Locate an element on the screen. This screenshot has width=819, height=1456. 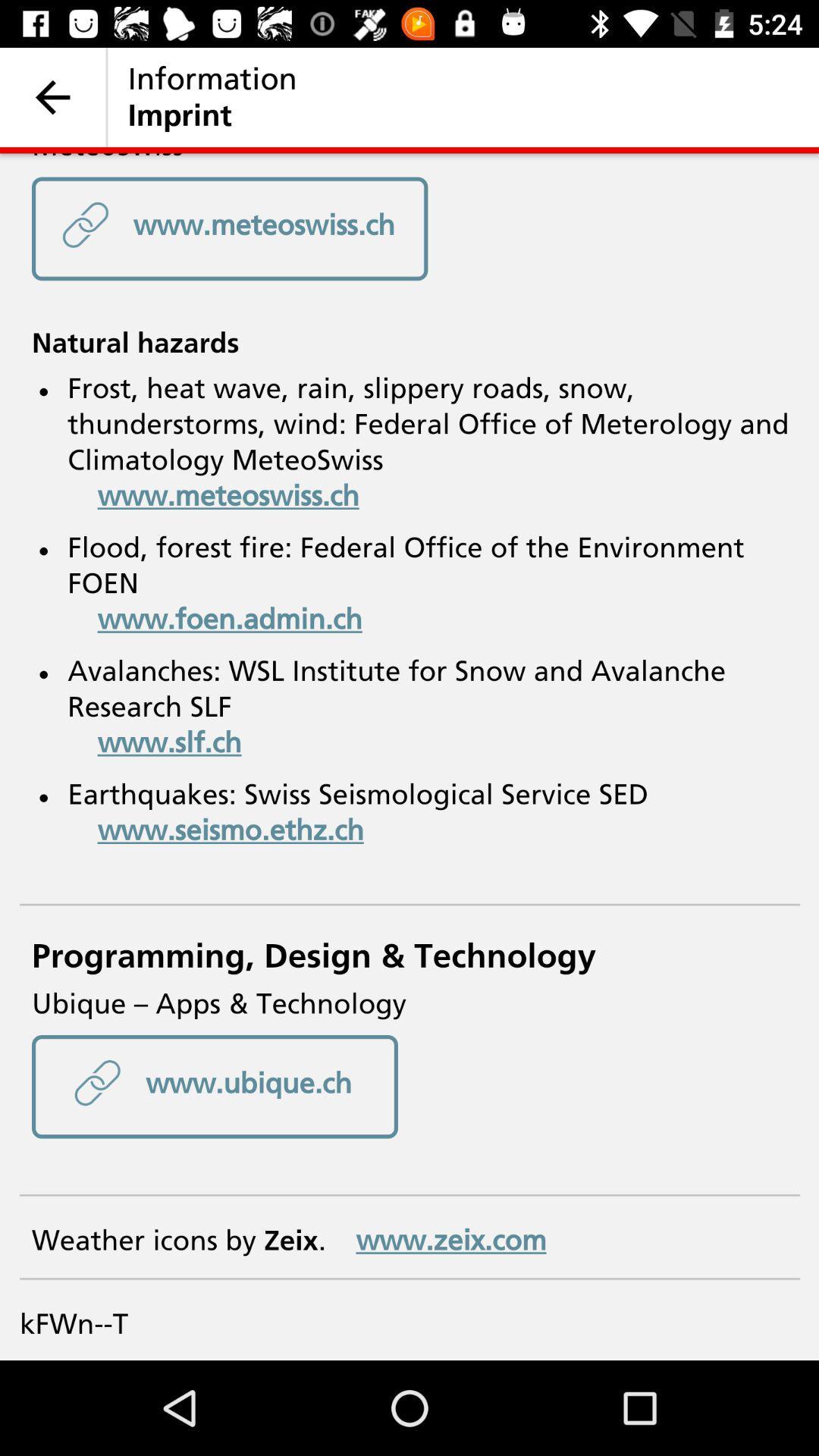
go to webpage is located at coordinates (409, 757).